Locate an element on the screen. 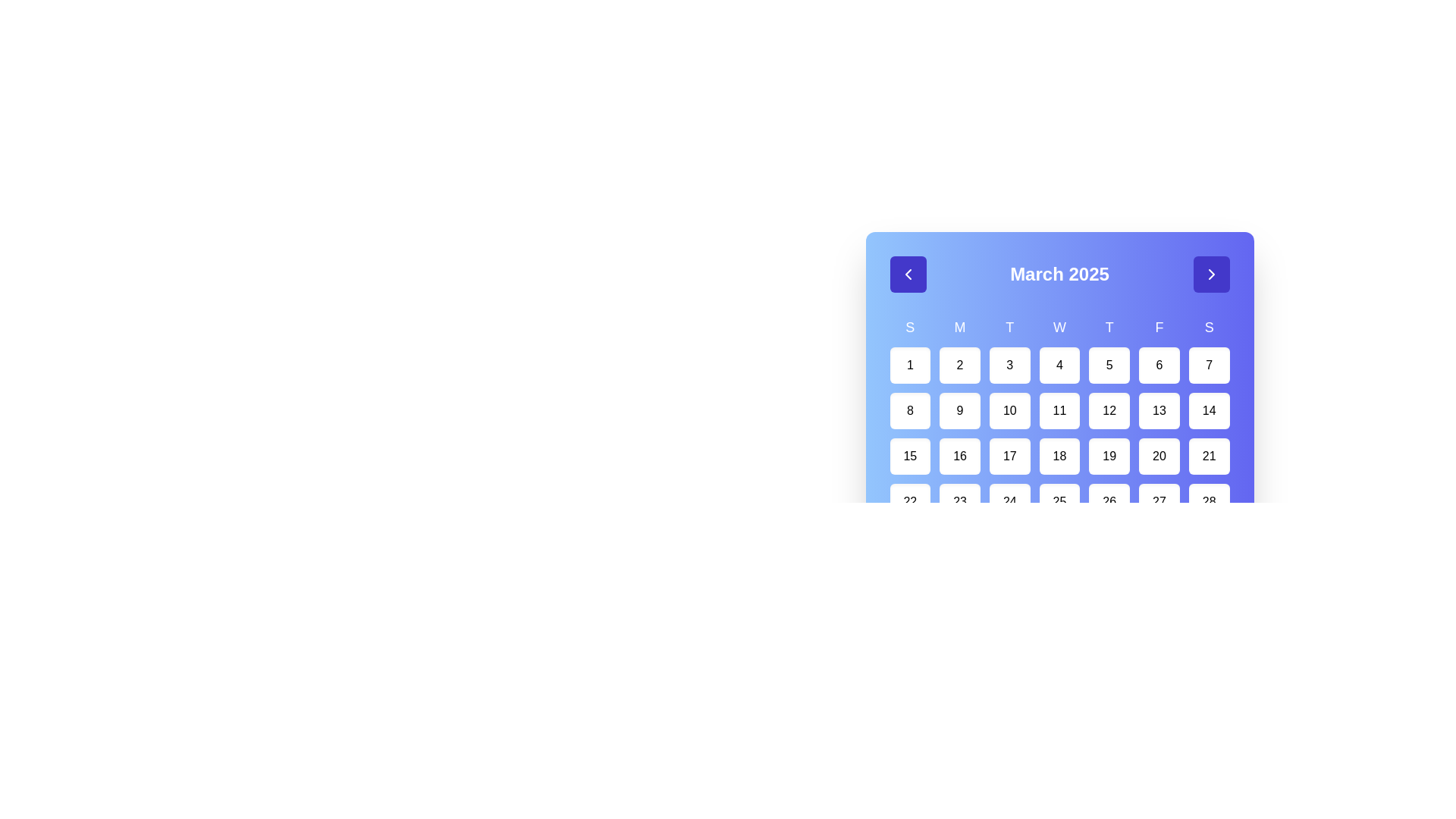  the 'next' navigation button located in the top-right corner of the calendar interface, which is part of the control bar displaying 'March 2025.' is located at coordinates (1210, 275).